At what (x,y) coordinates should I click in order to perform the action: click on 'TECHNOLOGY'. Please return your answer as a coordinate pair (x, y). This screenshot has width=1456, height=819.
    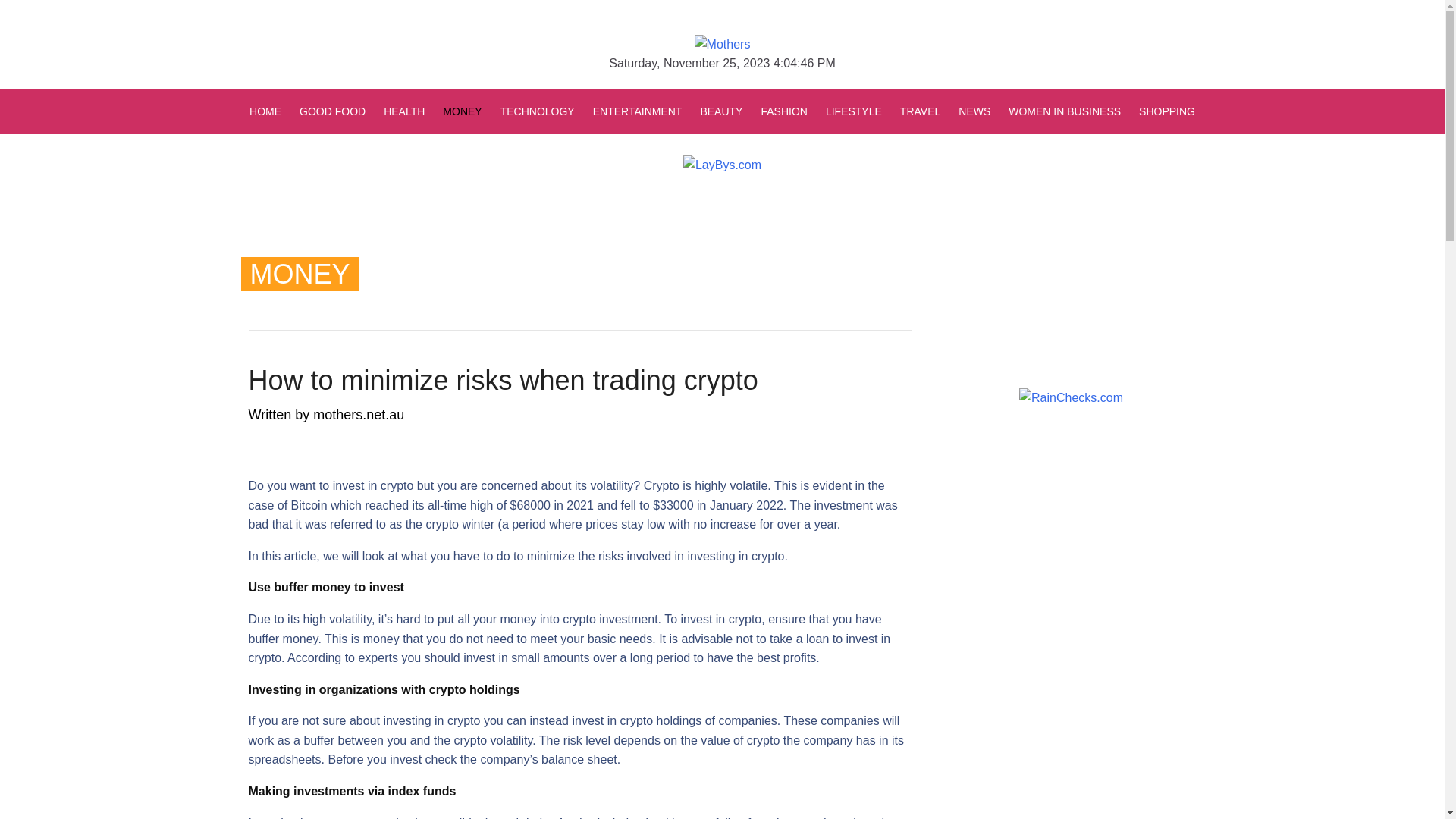
    Looking at the image, I should click on (538, 110).